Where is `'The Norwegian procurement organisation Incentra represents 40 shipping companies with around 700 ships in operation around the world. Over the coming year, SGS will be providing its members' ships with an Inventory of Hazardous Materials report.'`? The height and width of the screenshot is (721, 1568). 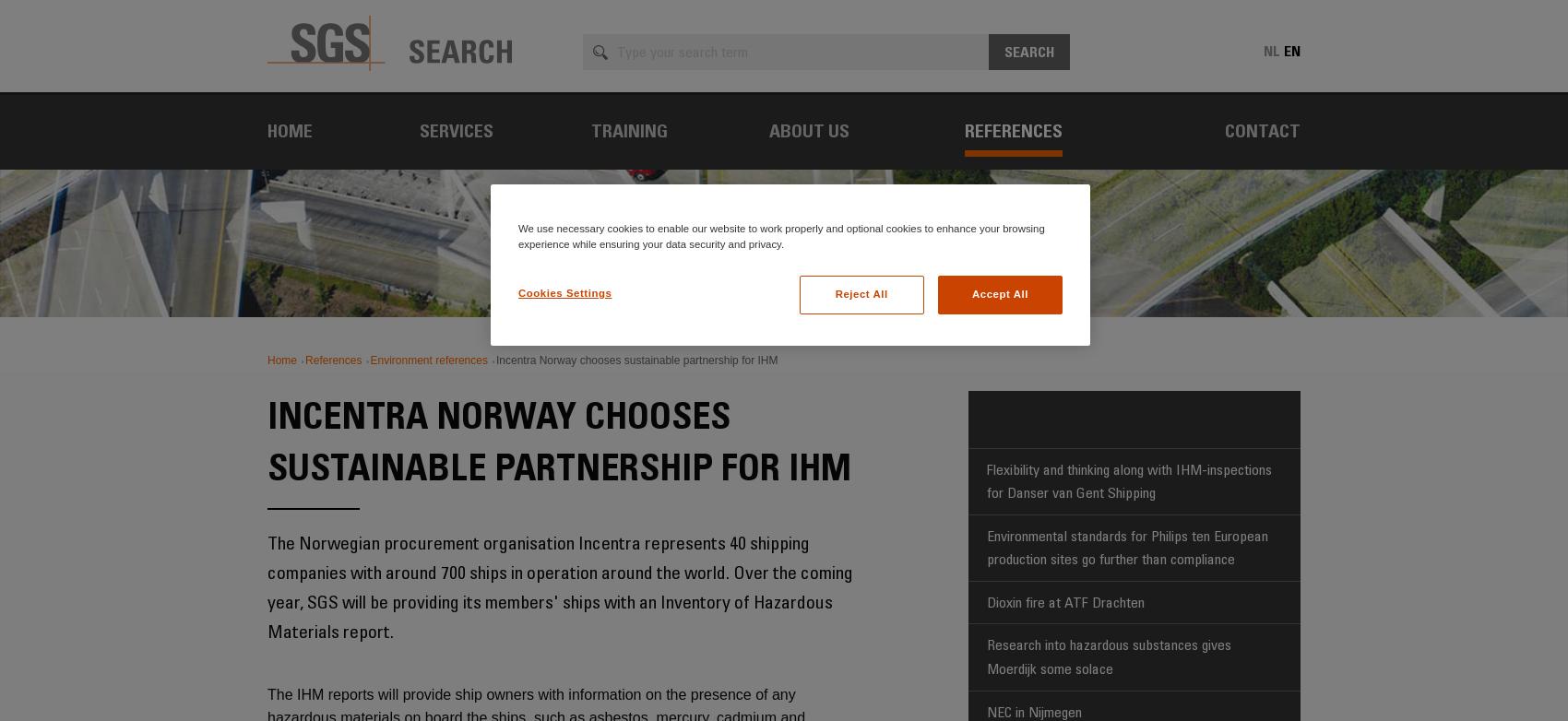 'The Norwegian procurement organisation Incentra represents 40 shipping companies with around 700 ships in operation around the world. Over the coming year, SGS will be providing its members' ships with an Inventory of Hazardous Materials report.' is located at coordinates (559, 585).